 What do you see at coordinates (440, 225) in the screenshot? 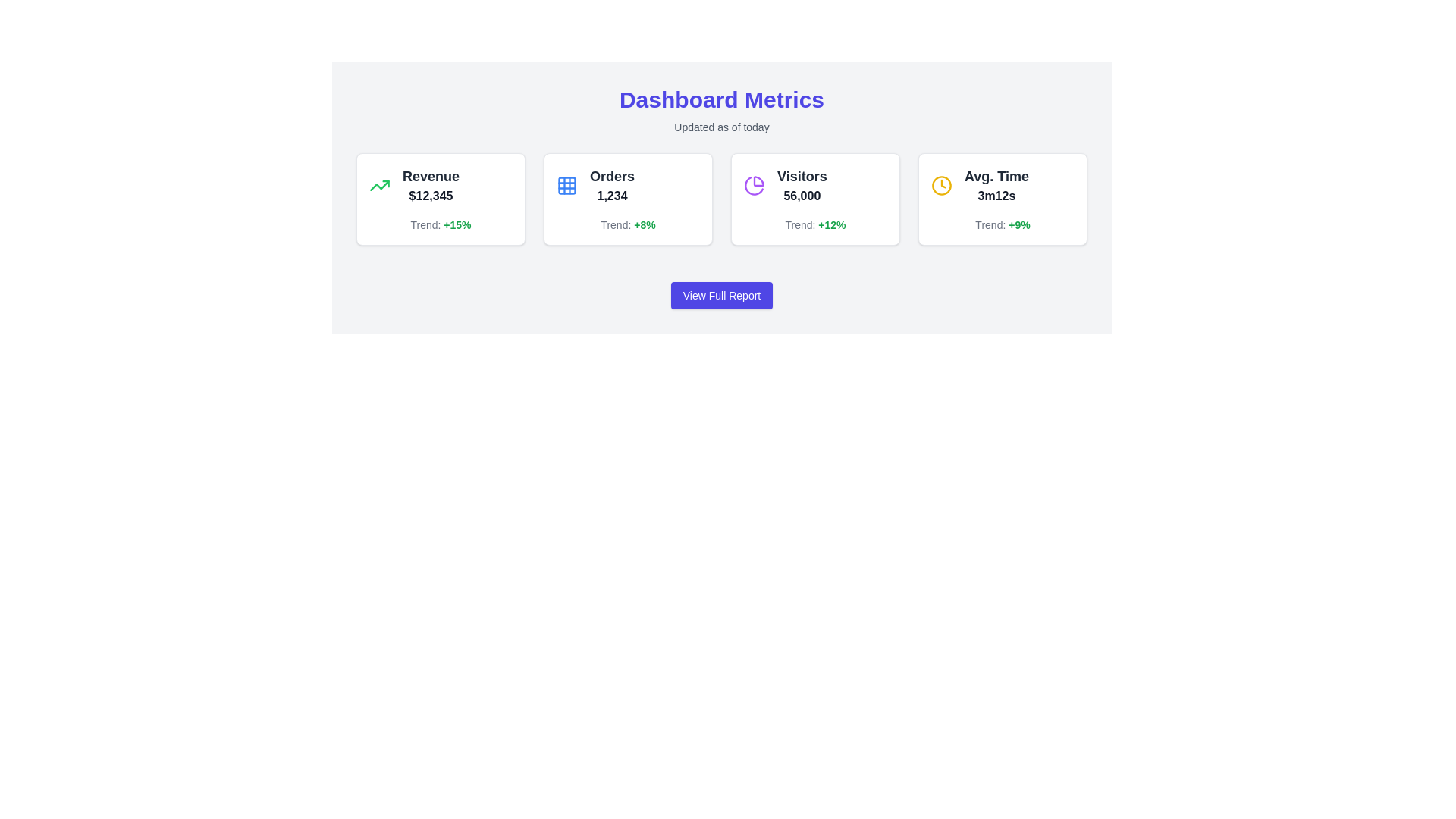
I see `the 'Trend: +15%' text component within the 'Revenue' card that displays revenue metrics, indicating an increase in green color` at bounding box center [440, 225].